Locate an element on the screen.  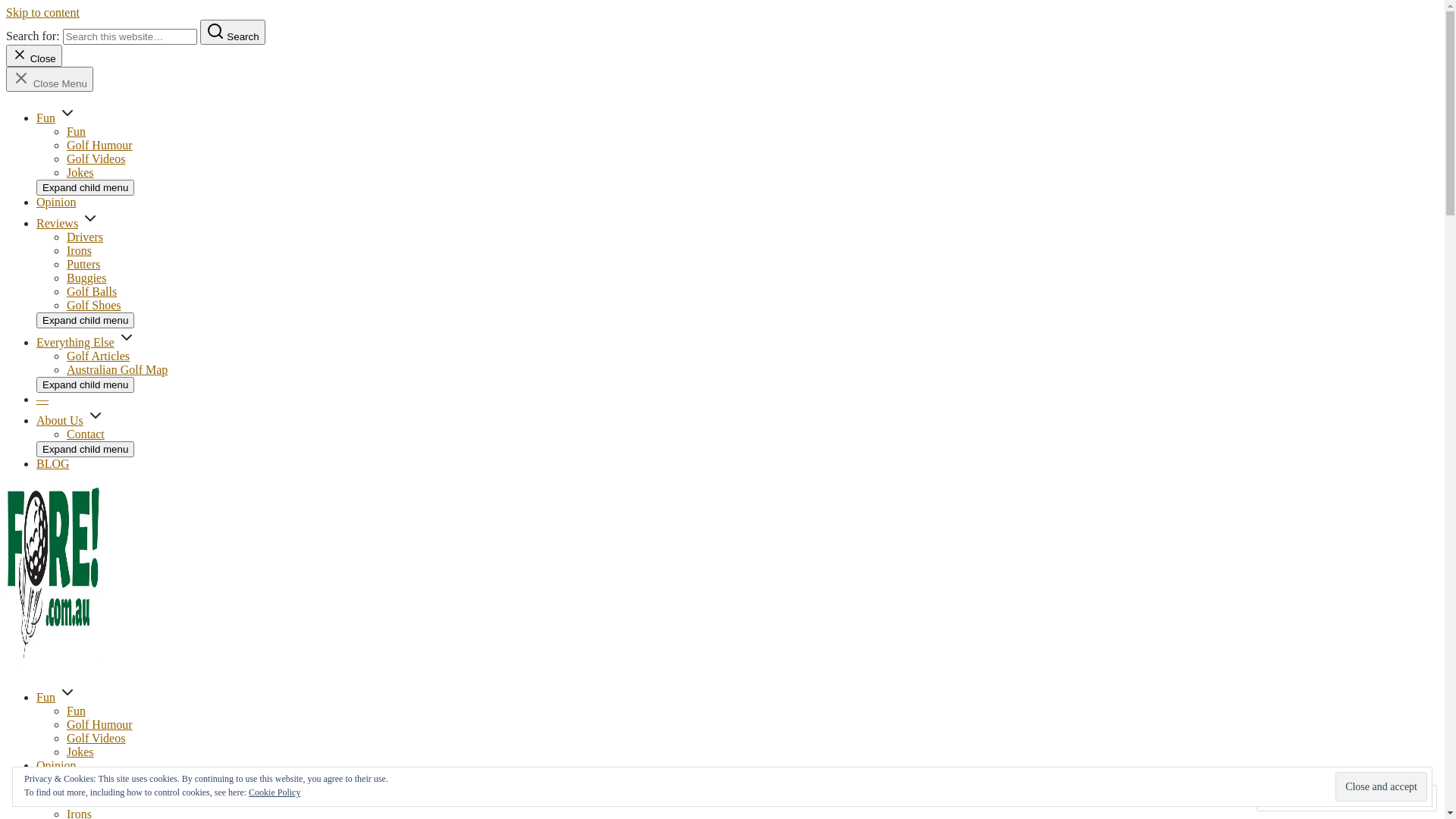
'Golf Humour' is located at coordinates (99, 723).